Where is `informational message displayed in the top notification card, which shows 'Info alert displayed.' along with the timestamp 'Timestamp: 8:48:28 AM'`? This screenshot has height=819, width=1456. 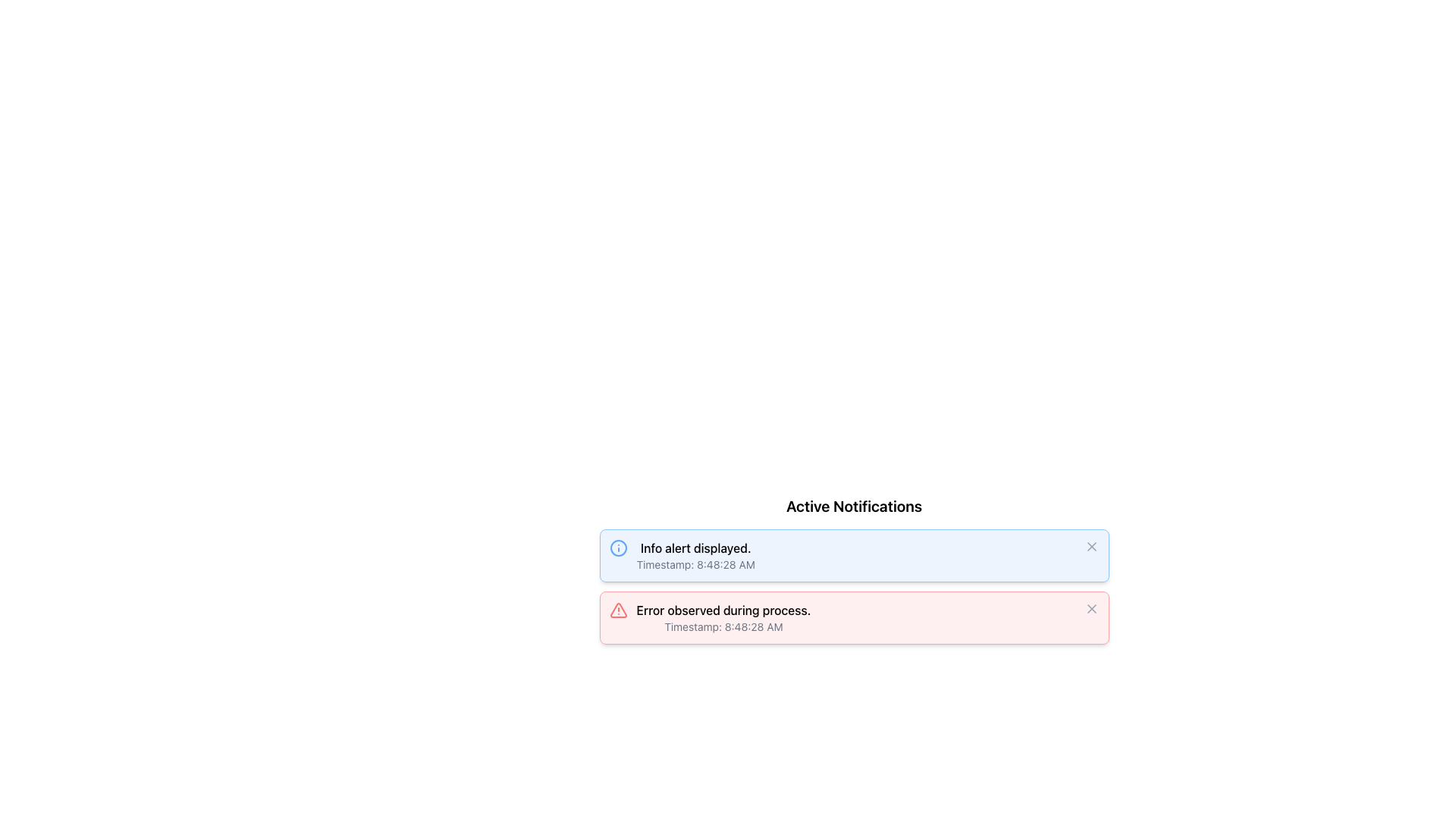
informational message displayed in the top notification card, which shows 'Info alert displayed.' along with the timestamp 'Timestamp: 8:48:28 AM' is located at coordinates (695, 555).